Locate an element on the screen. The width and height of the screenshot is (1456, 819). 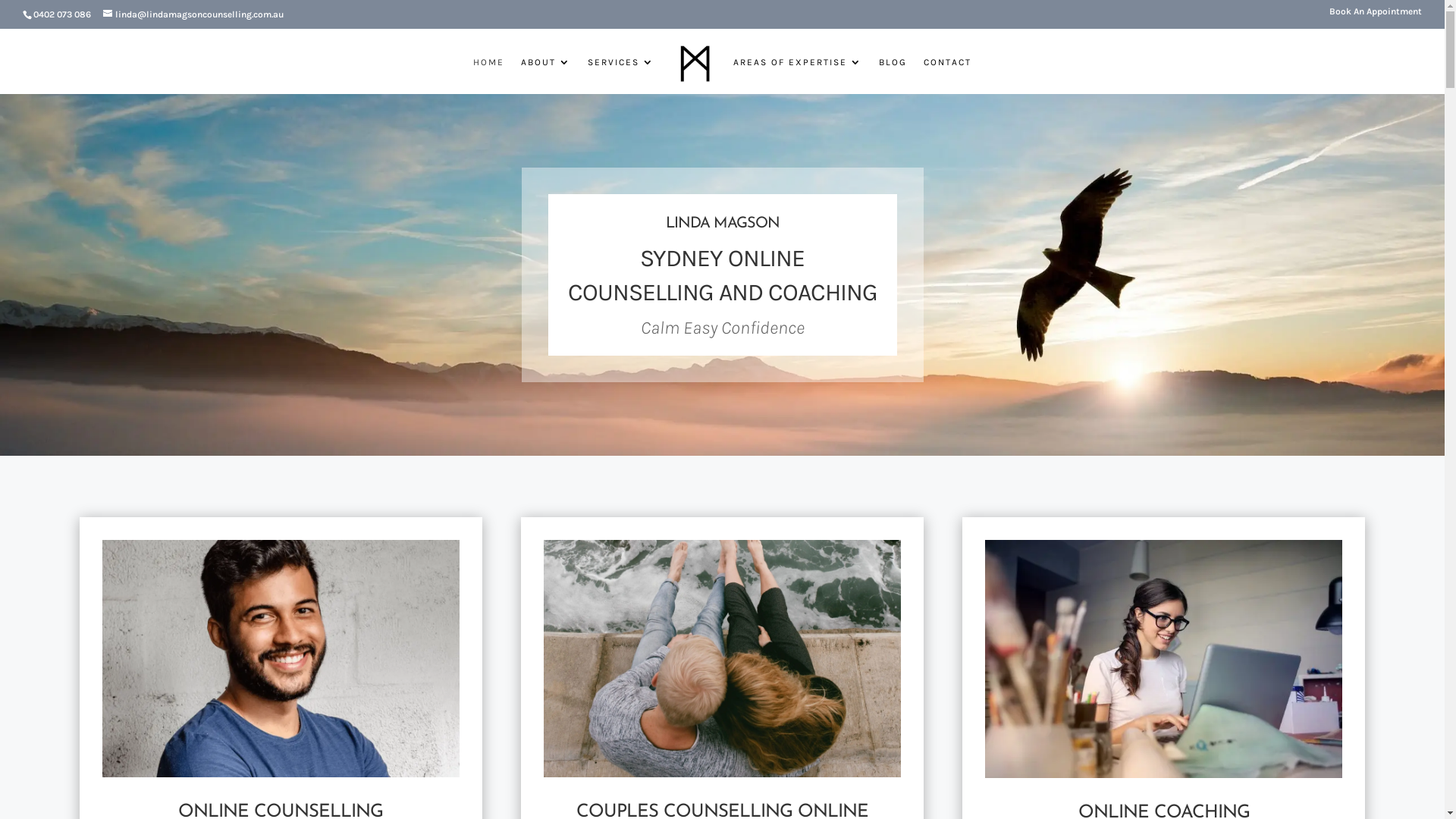
'ABOUT' is located at coordinates (546, 75).